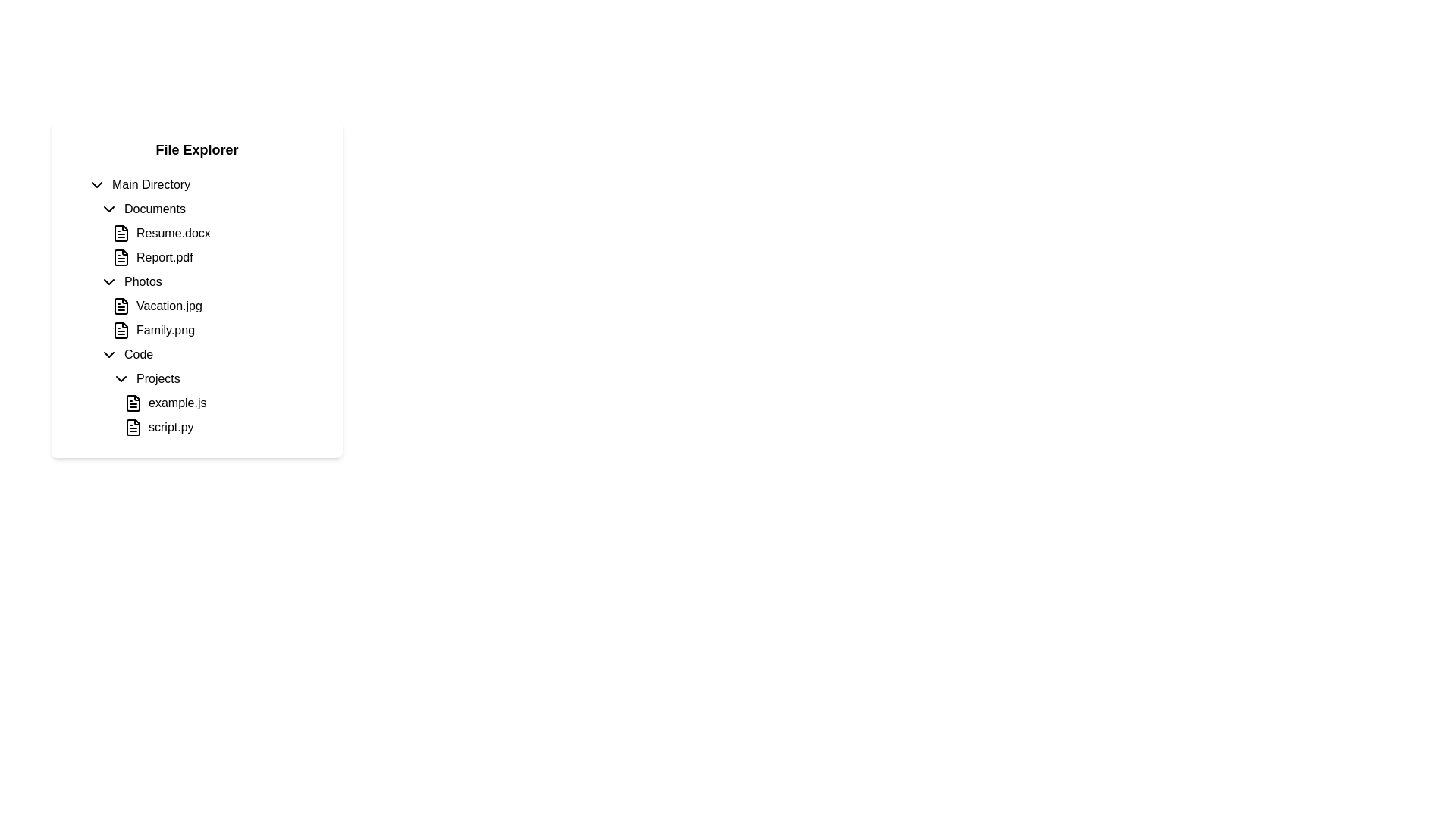 The image size is (1456, 819). What do you see at coordinates (108, 354) in the screenshot?
I see `the collapsible section icon located in front of the 'Code' label` at bounding box center [108, 354].